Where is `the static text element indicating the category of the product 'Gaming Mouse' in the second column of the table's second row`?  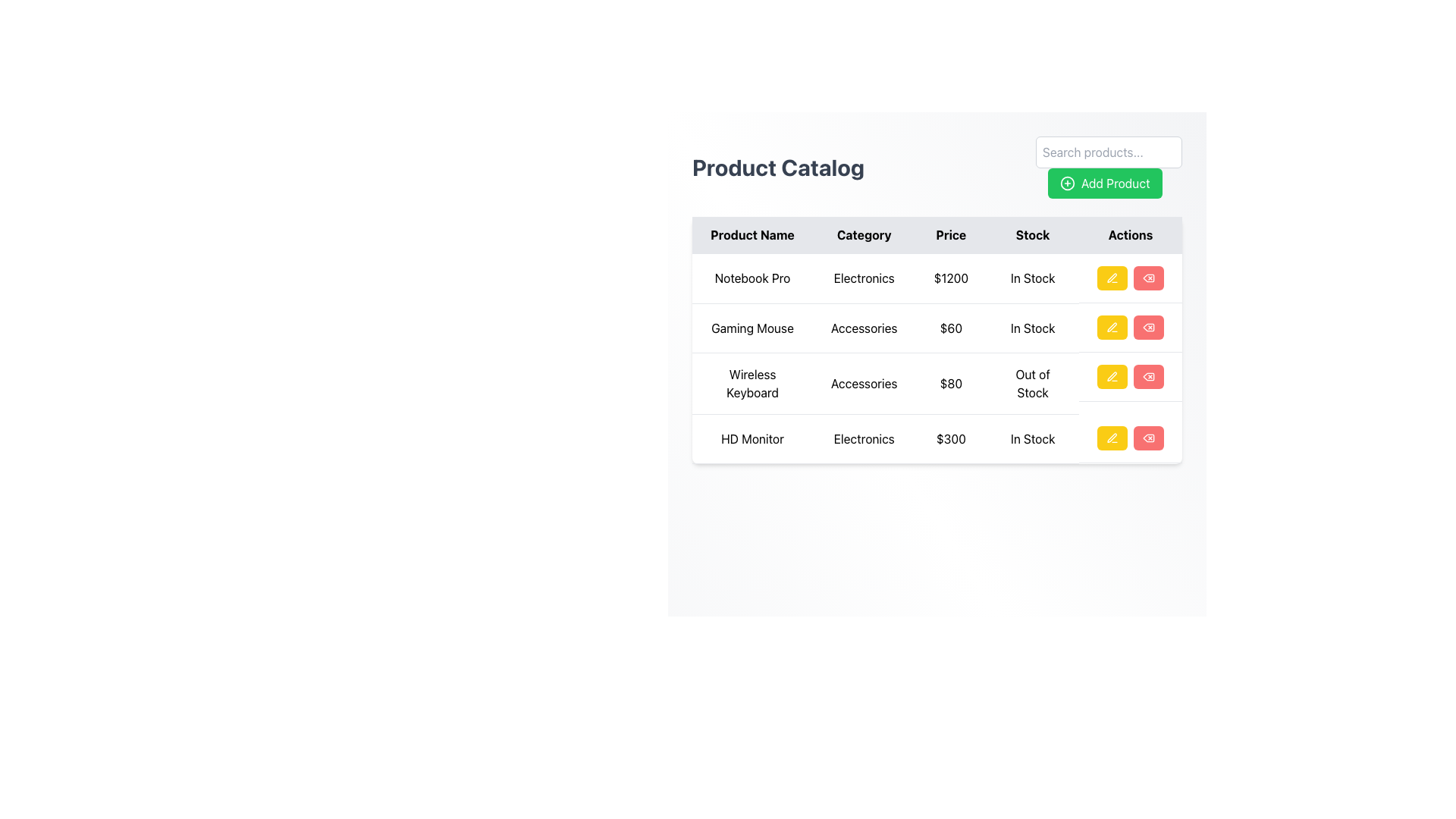
the static text element indicating the category of the product 'Gaming Mouse' in the second column of the table's second row is located at coordinates (864, 327).